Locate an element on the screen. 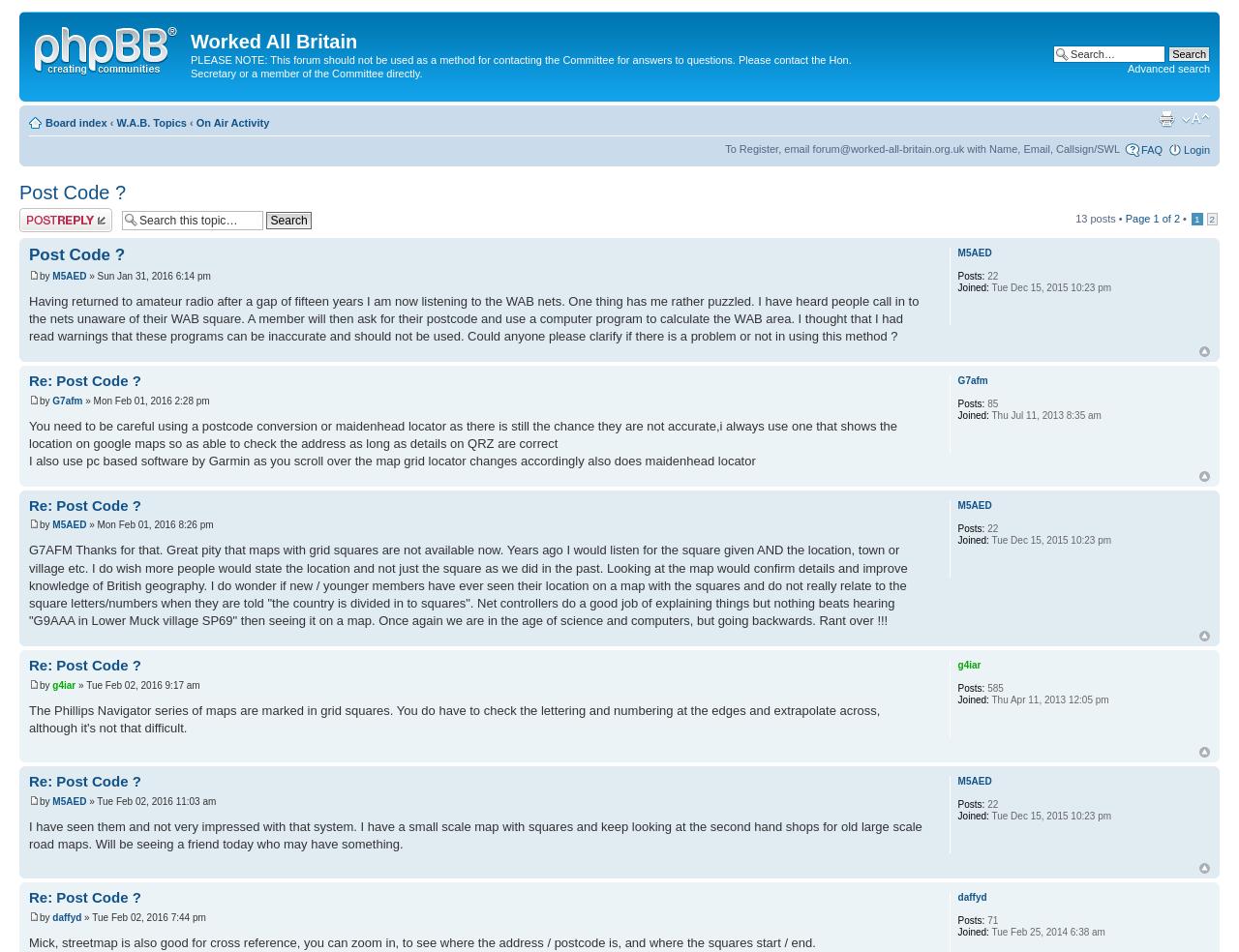 The image size is (1239, 952). 'PLEASE NOTE: This forum should not be used as a method for contacting the Committee for answers to questions. Please contact the Hon. Secretary or a member of the Committee directly.' is located at coordinates (520, 65).